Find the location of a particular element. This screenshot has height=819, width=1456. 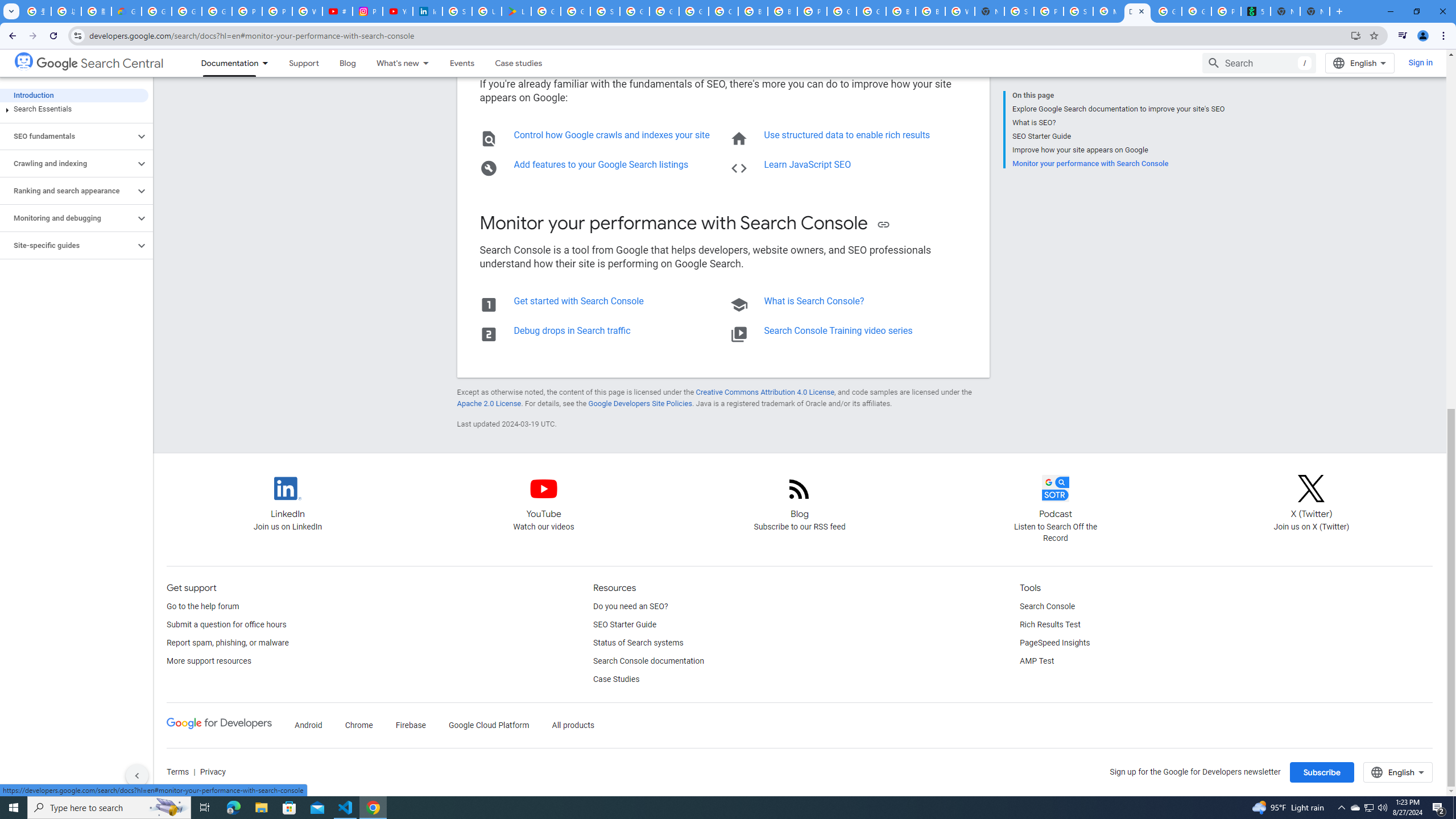

'Subscribe' is located at coordinates (1321, 772).